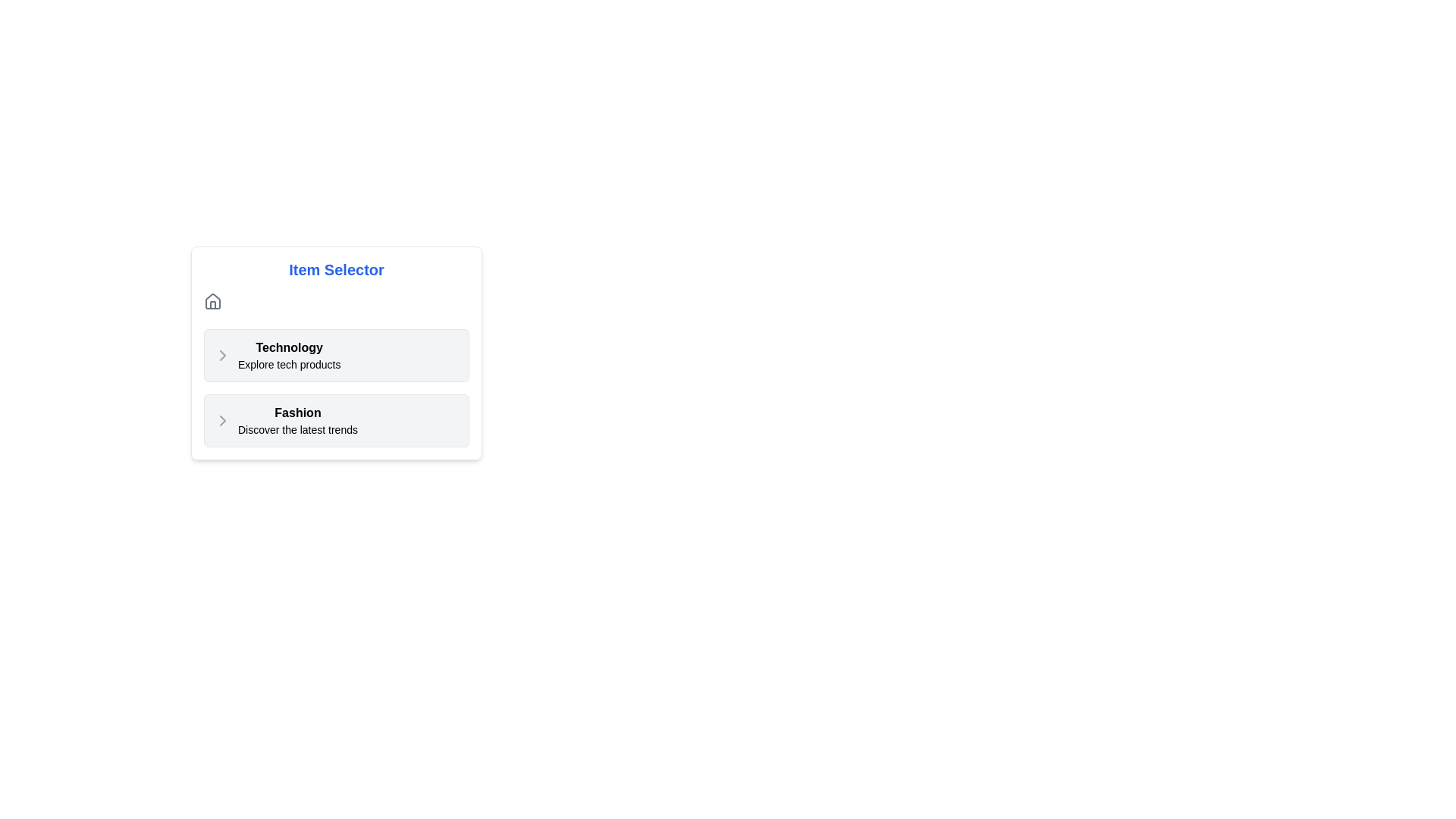  Describe the element at coordinates (289, 365) in the screenshot. I see `the text label displaying 'Explore tech products', which is located below the 'Technology' header in a grey rectangular area` at that location.